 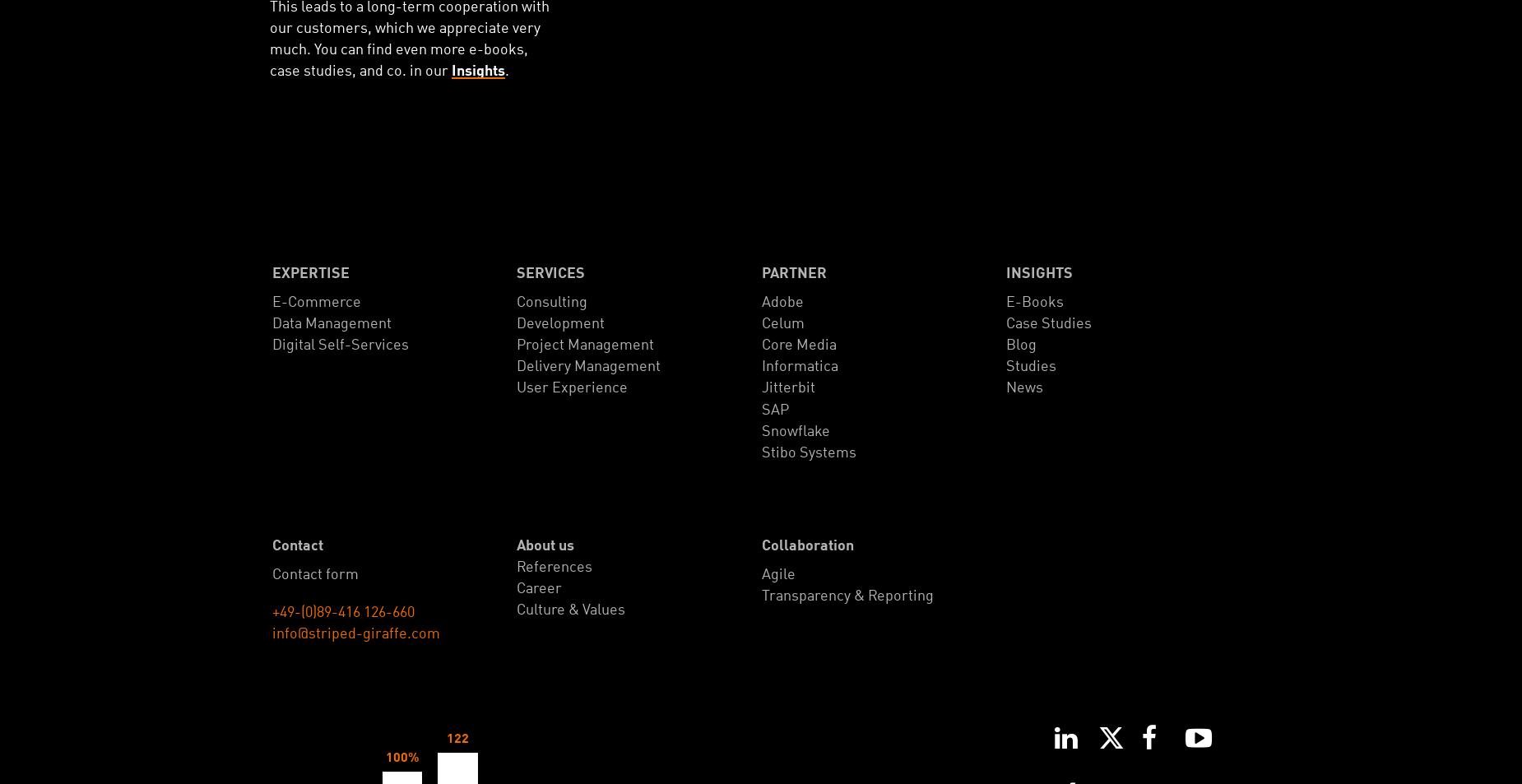 I want to click on 'E-Commerce', so click(x=271, y=301).